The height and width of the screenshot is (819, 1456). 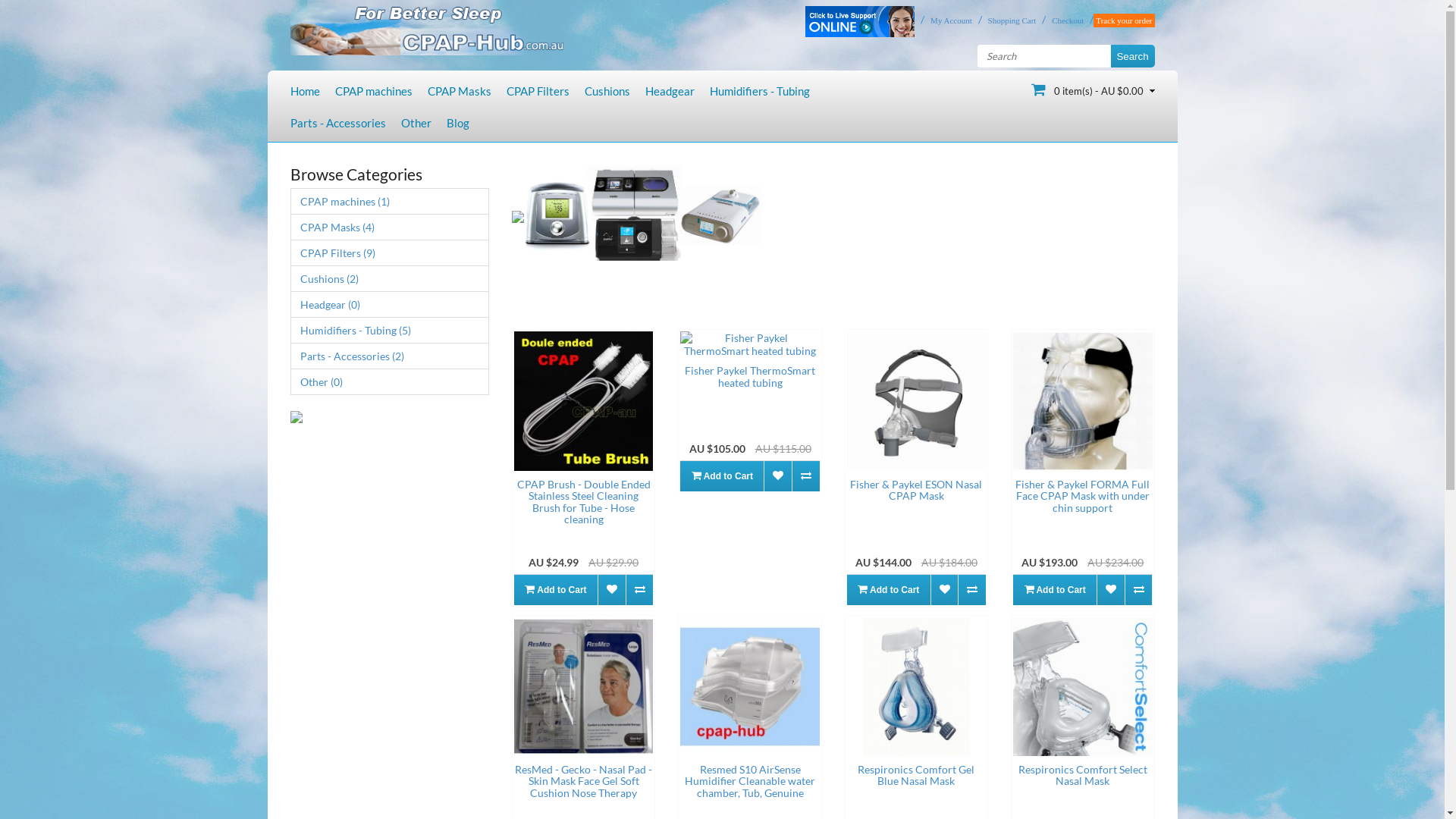 I want to click on 'CPAP machines (1)', so click(x=389, y=200).